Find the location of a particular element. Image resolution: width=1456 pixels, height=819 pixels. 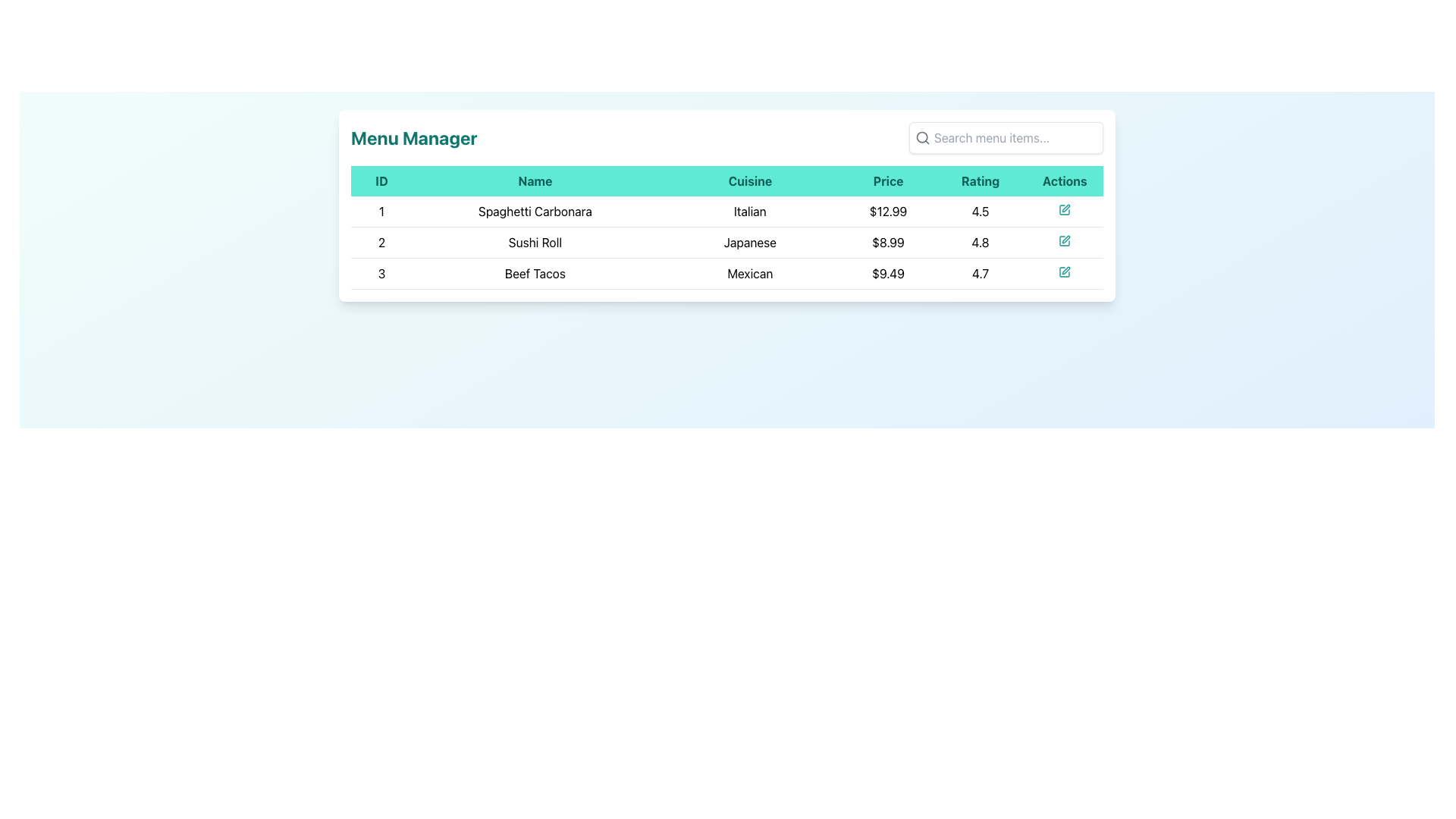

the table header row with a teal background color that contains column labels 'ID', 'Name', 'Cuisine', 'Price', 'Rating', and 'Actions' by clicking on its center point is located at coordinates (726, 180).